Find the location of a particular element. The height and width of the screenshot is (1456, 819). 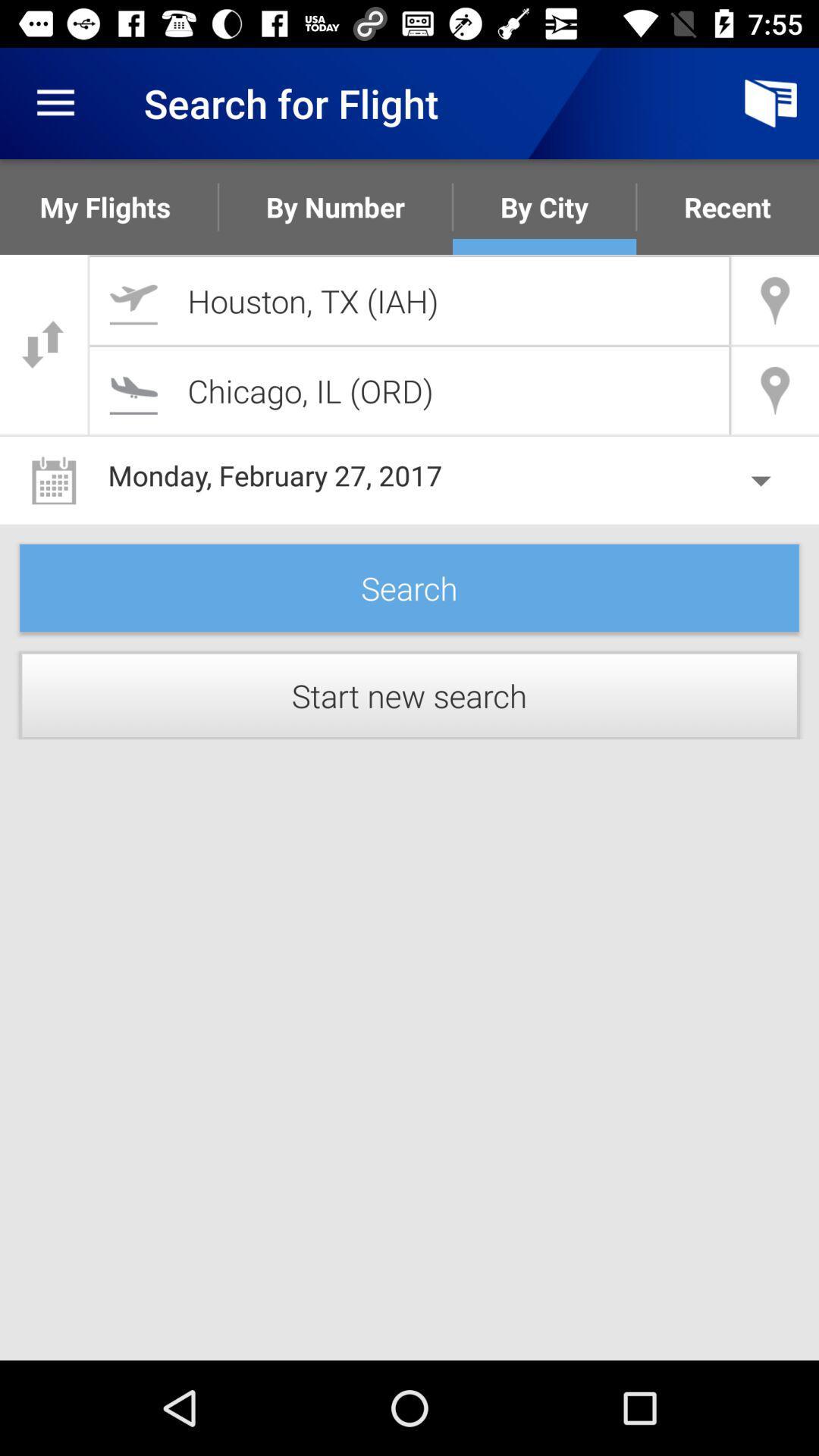

the location icon is located at coordinates (775, 300).